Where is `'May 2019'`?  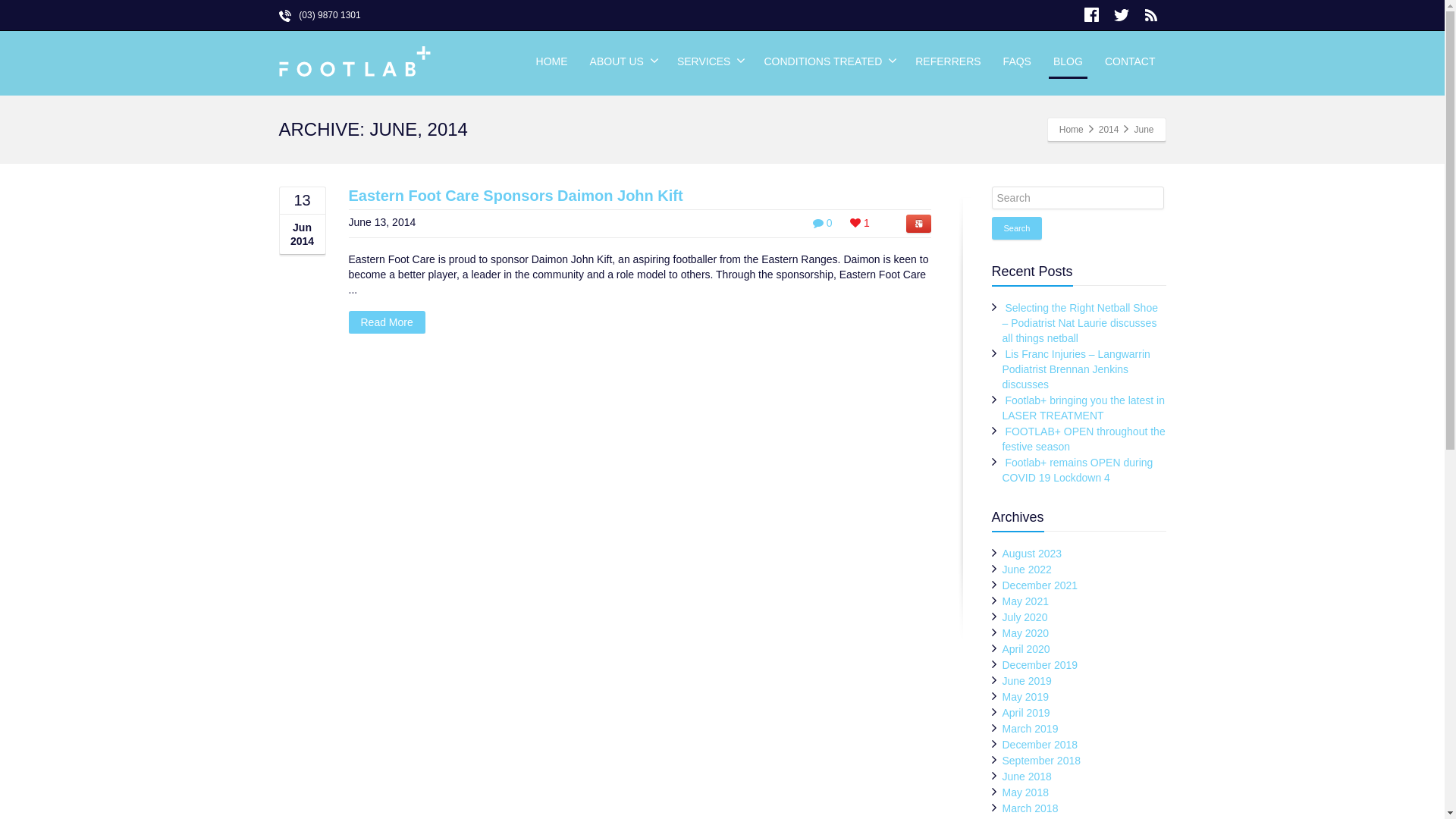 'May 2019' is located at coordinates (1025, 696).